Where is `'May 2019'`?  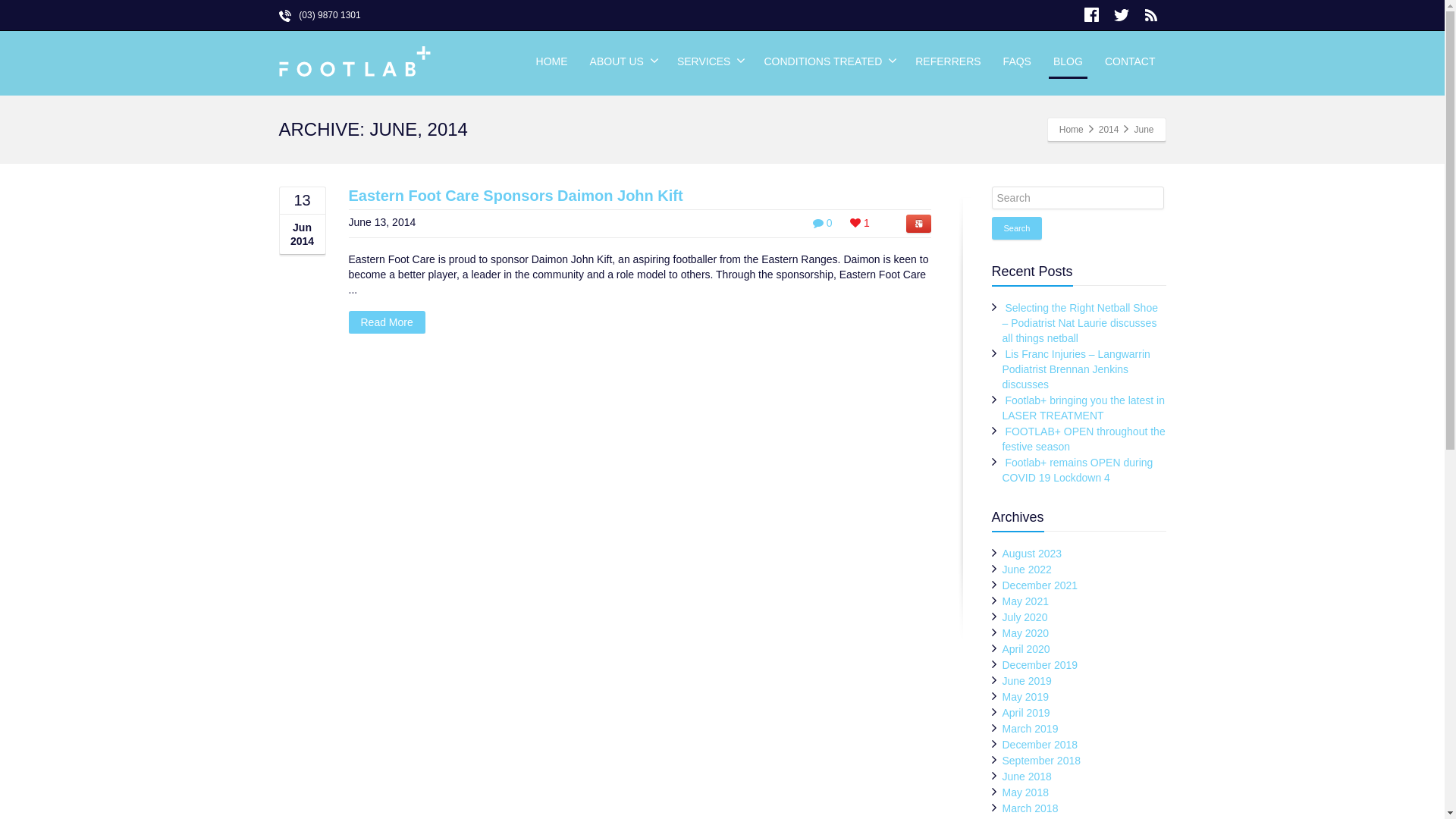 'May 2019' is located at coordinates (1025, 696).